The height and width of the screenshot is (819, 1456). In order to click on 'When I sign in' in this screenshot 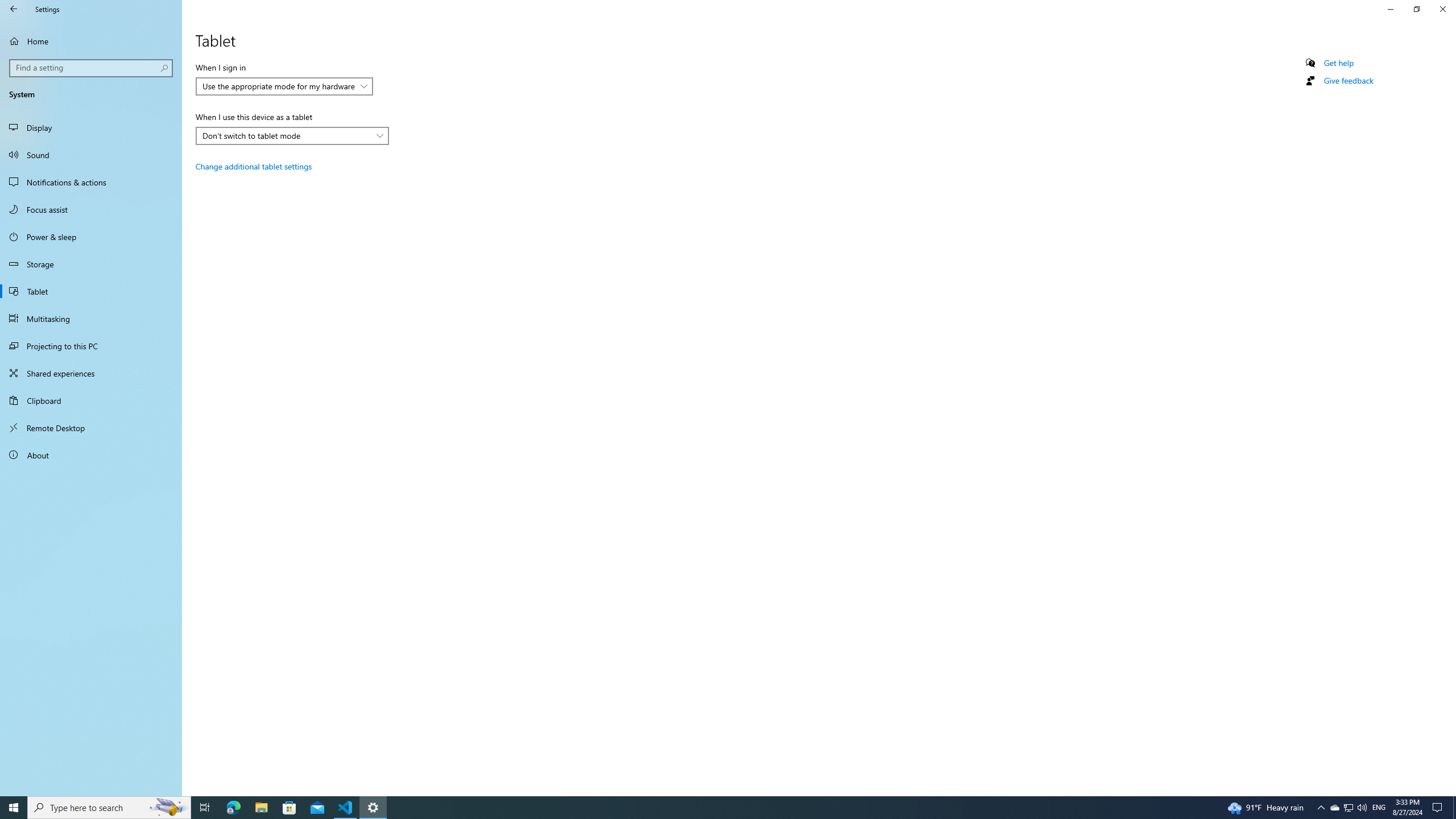, I will do `click(283, 85)`.